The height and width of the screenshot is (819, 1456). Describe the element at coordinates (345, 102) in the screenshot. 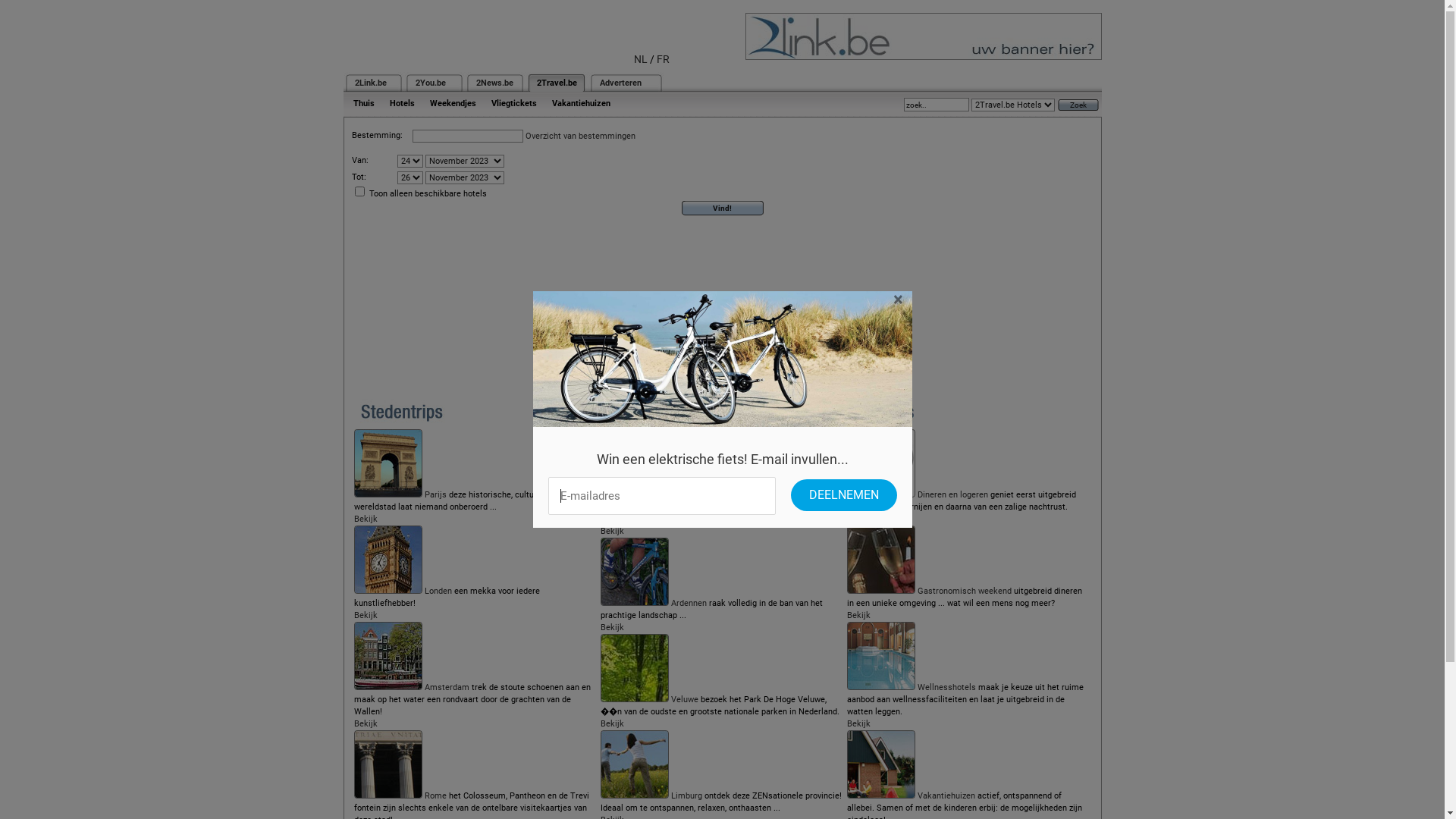

I see `'Thuis'` at that location.